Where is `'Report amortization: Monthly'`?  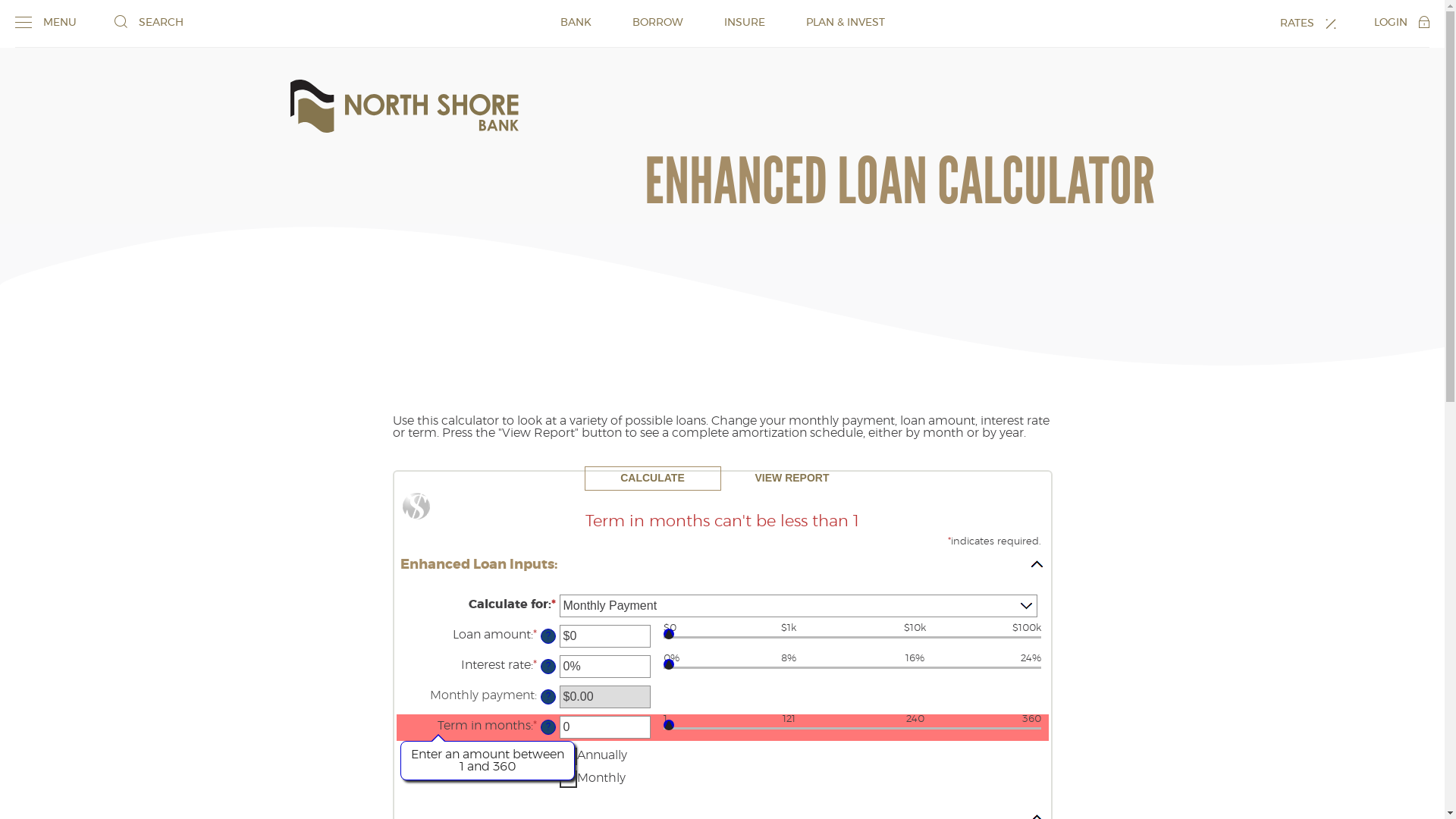 'Report amortization: Monthly' is located at coordinates (567, 779).